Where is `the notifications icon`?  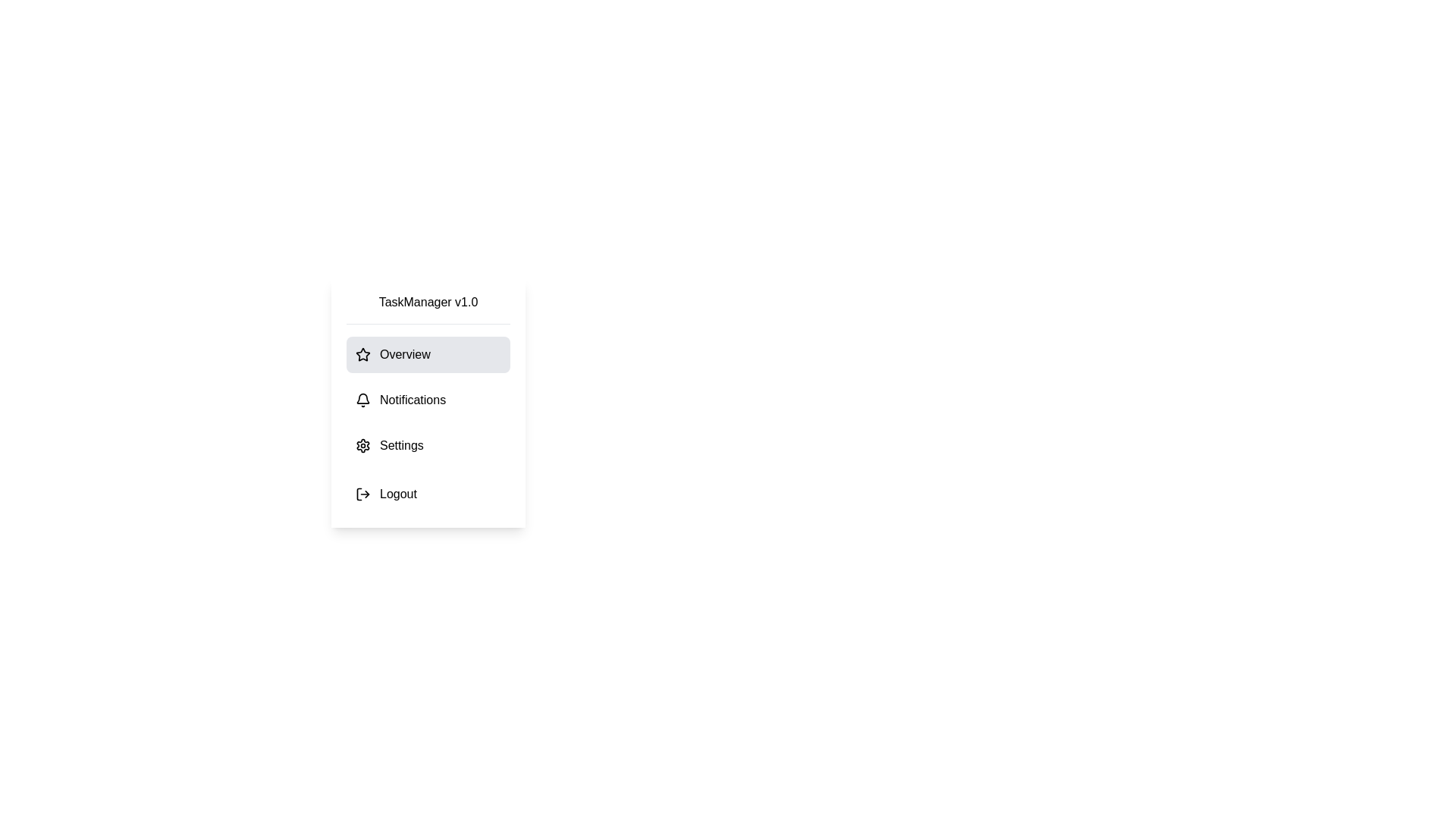
the notifications icon is located at coordinates (362, 400).